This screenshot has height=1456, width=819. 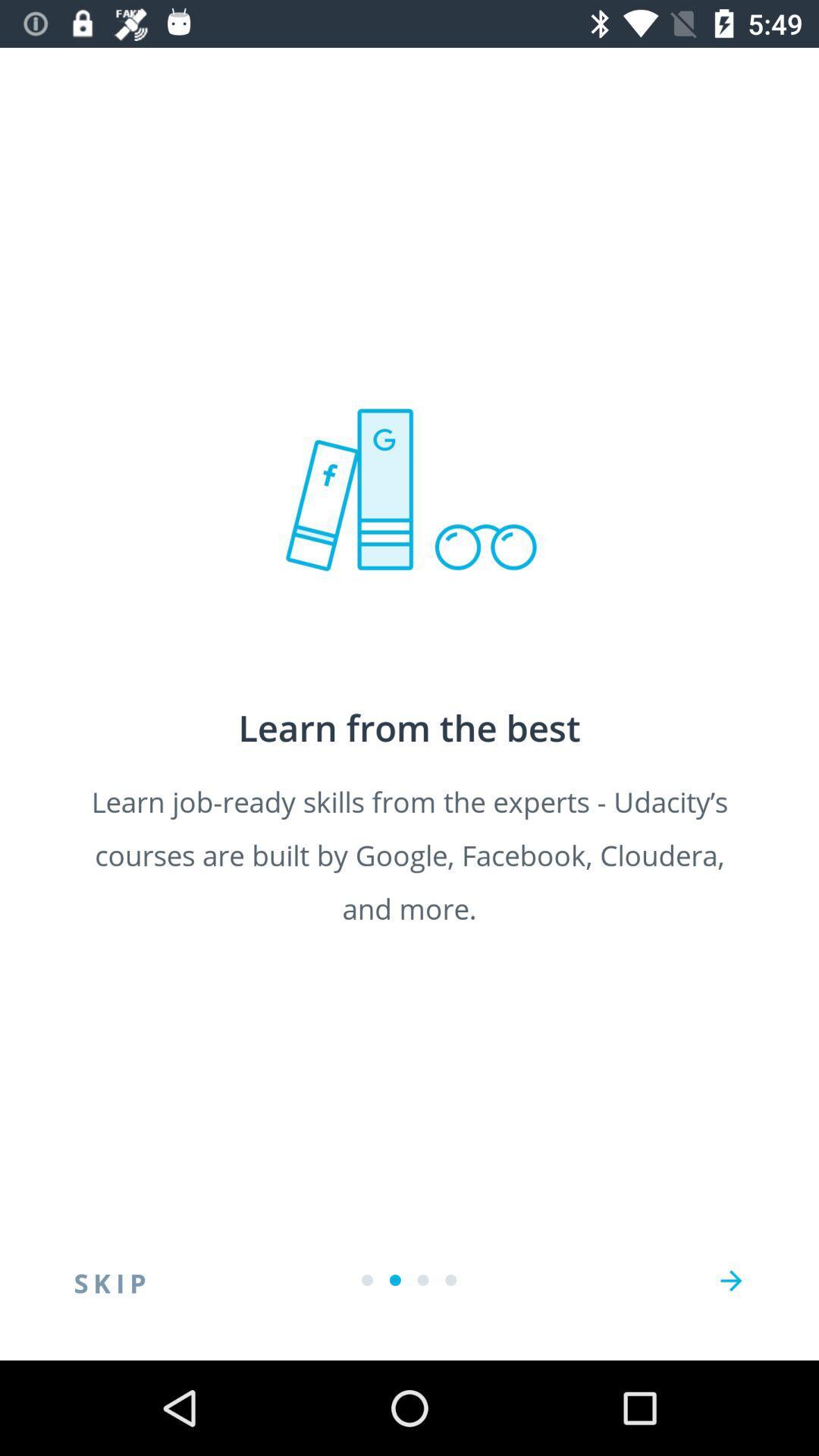 I want to click on item below the learn job ready item, so click(x=109, y=1280).